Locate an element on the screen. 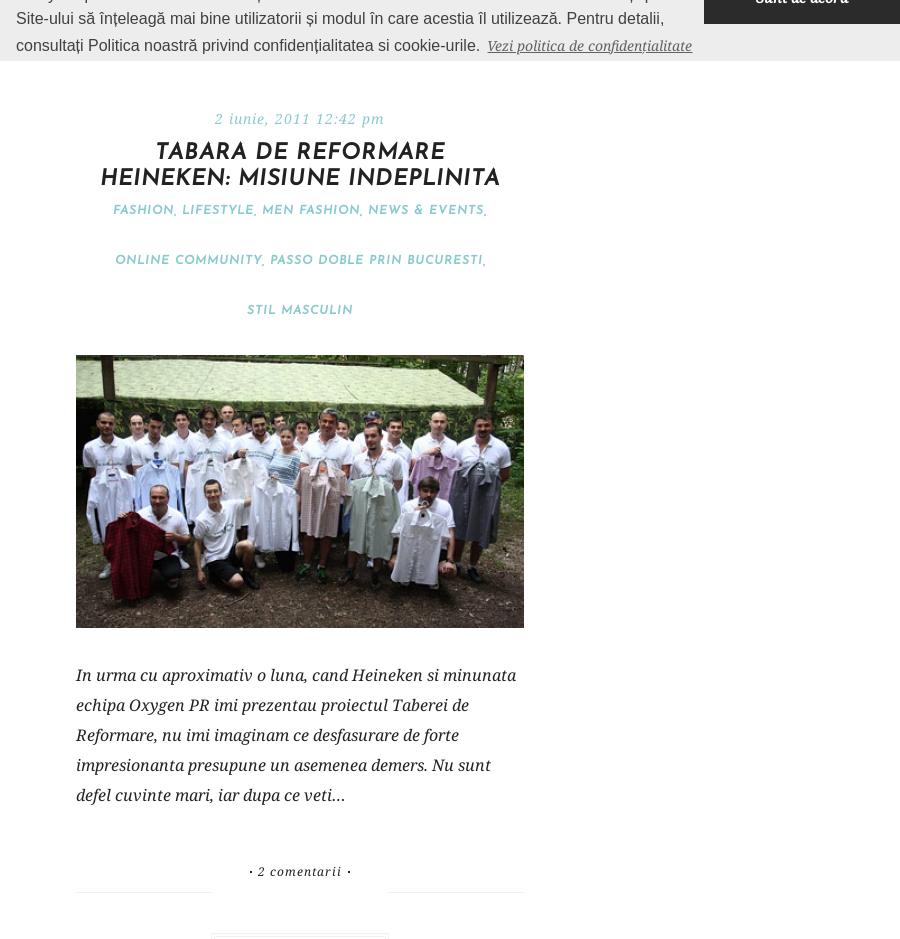 Image resolution: width=900 pixels, height=939 pixels. 'stil masculin' is located at coordinates (298, 310).